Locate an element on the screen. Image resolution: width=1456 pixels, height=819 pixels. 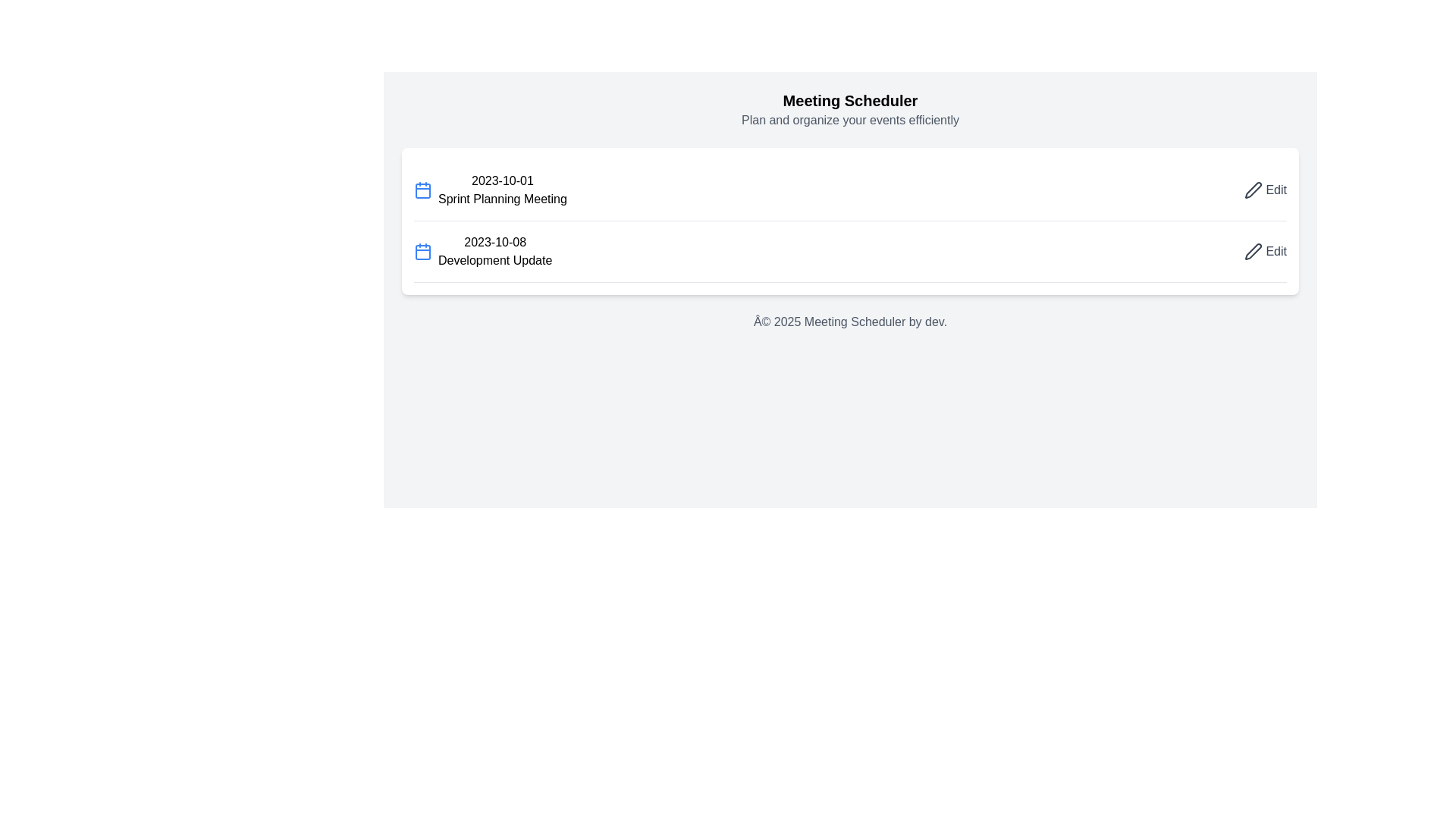
the 'Edit' button styled as a text link with a pen icon, located on the far right of the second content item in the list, to change its color is located at coordinates (1266, 250).